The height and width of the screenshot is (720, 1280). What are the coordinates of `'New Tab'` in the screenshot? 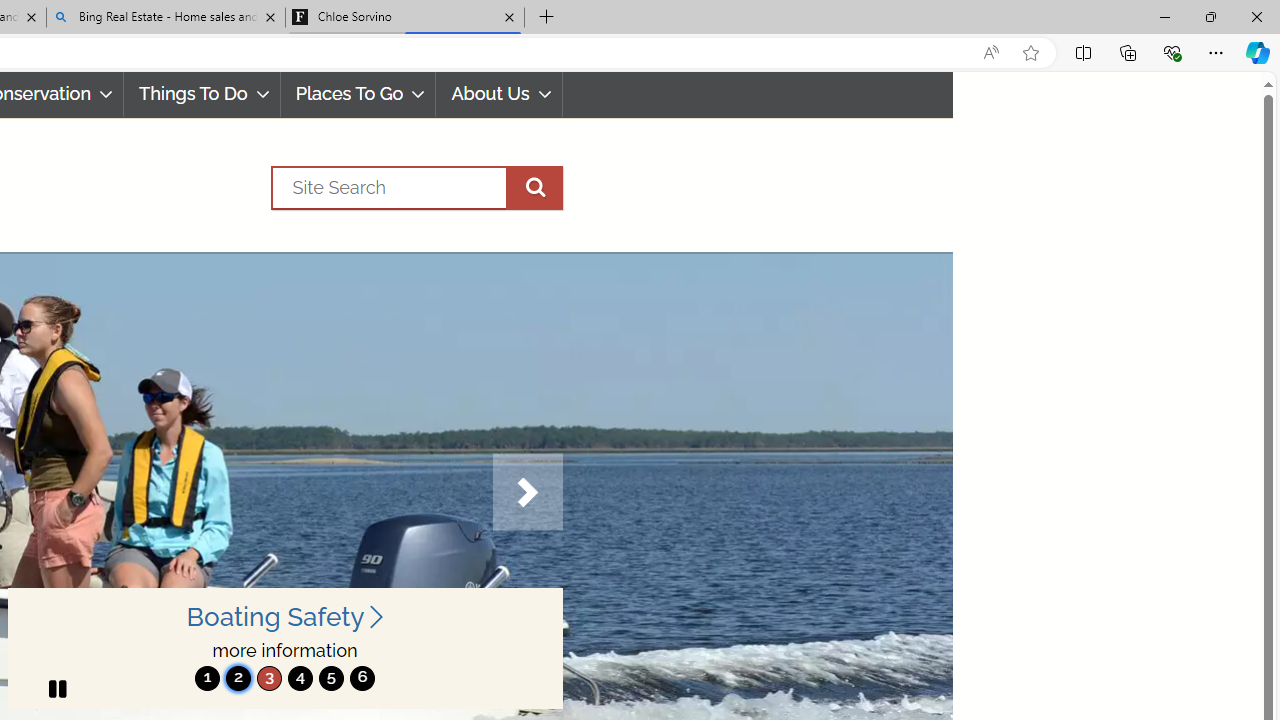 It's located at (546, 17).